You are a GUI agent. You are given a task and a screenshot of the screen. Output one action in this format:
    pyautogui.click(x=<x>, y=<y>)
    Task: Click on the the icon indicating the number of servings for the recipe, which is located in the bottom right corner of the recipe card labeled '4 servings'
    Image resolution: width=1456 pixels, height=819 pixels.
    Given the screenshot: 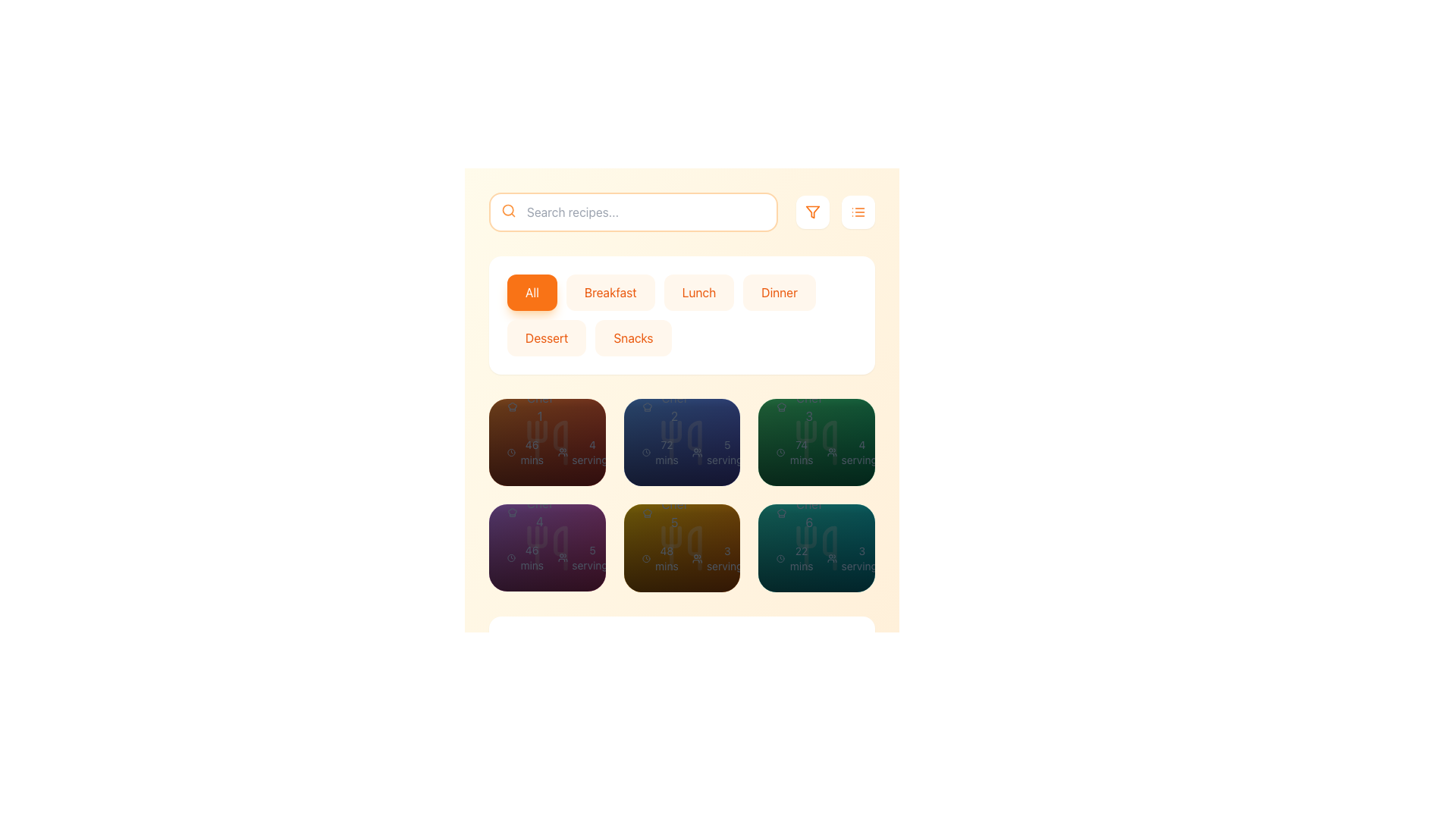 What is the action you would take?
    pyautogui.click(x=831, y=452)
    